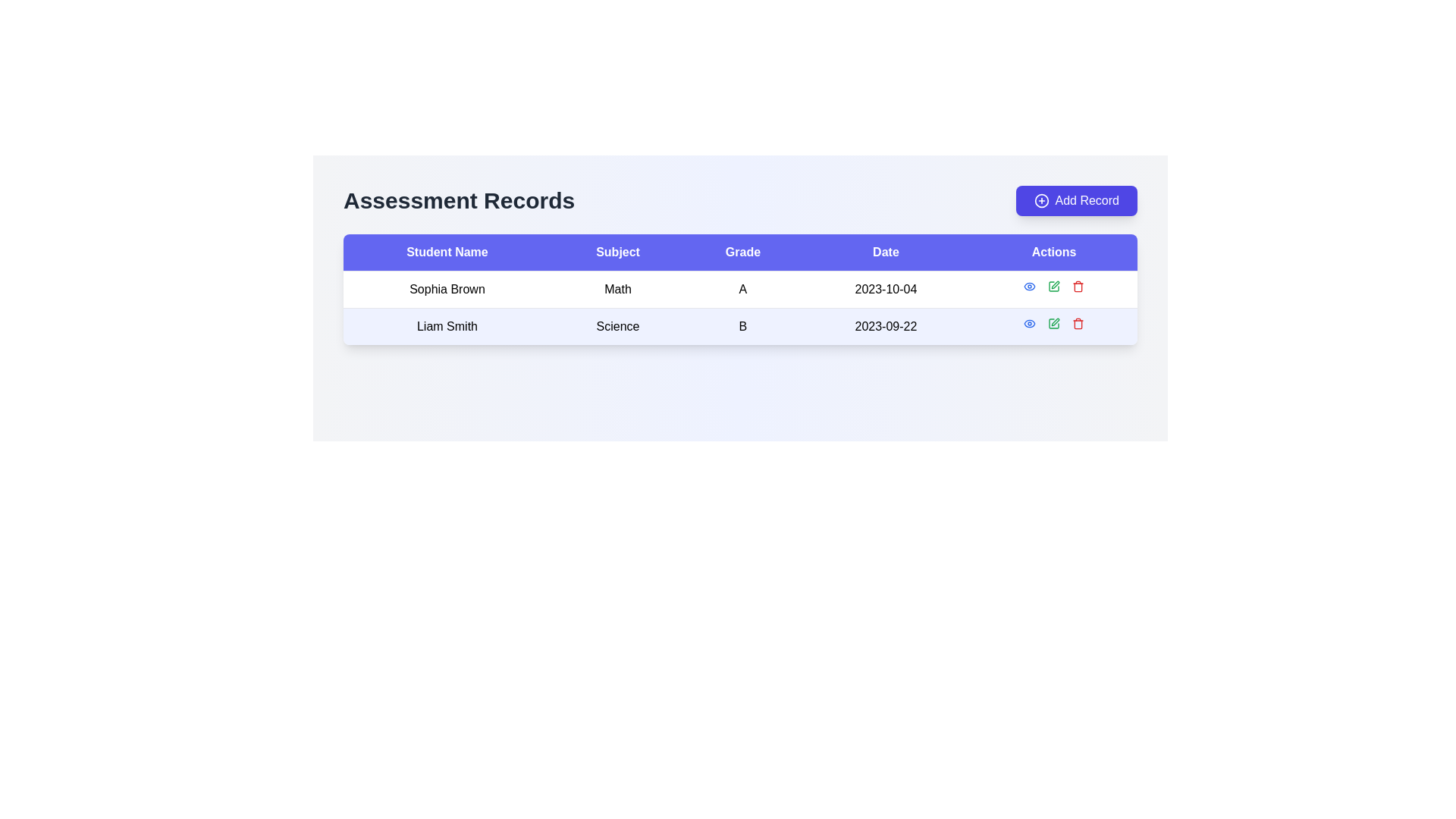 Image resolution: width=1456 pixels, height=819 pixels. I want to click on the 'Delete' icon button located in the 'Actions' column of the table, so click(1078, 287).